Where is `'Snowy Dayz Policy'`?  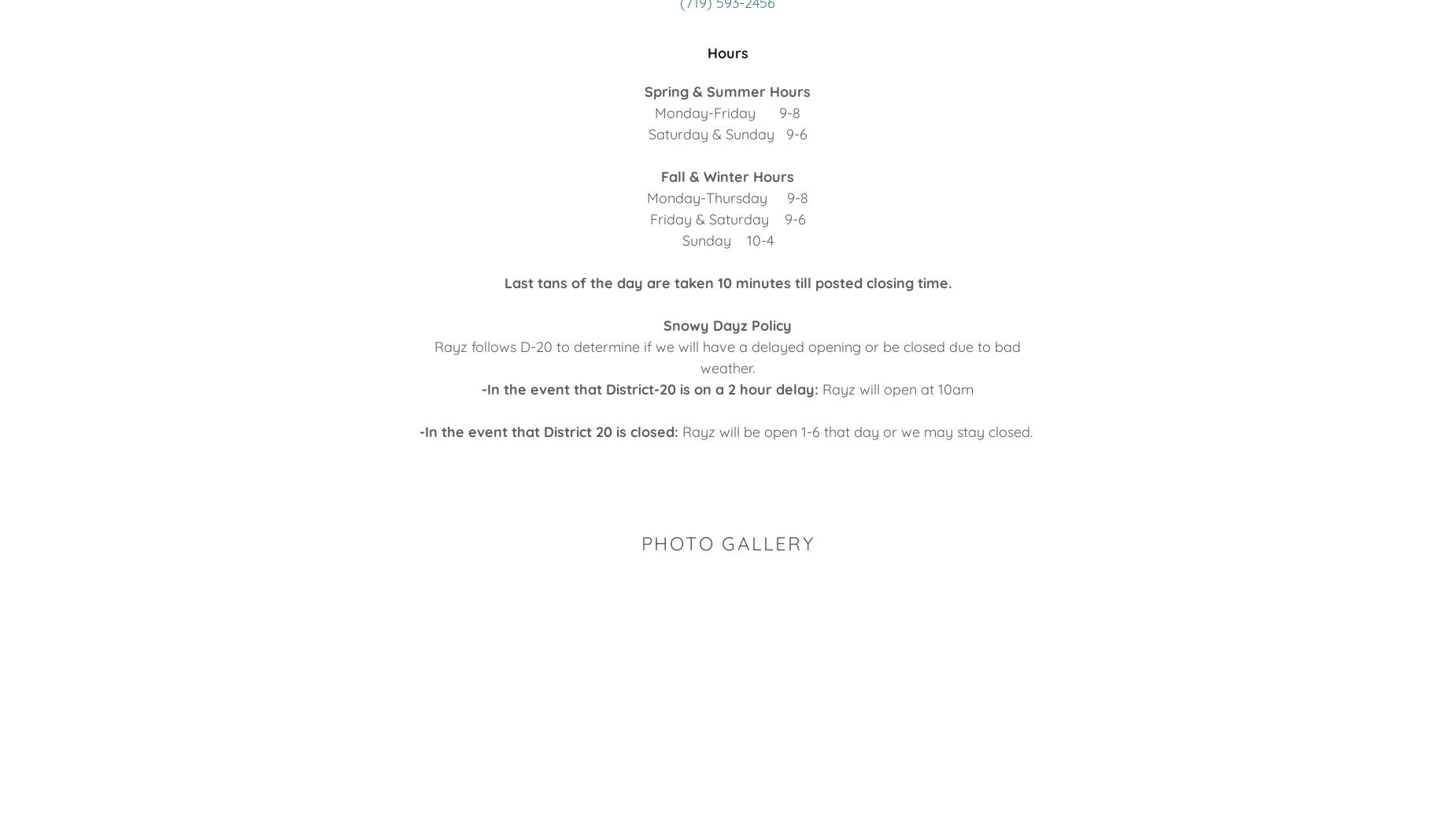
'Snowy Dayz Policy' is located at coordinates (727, 324).